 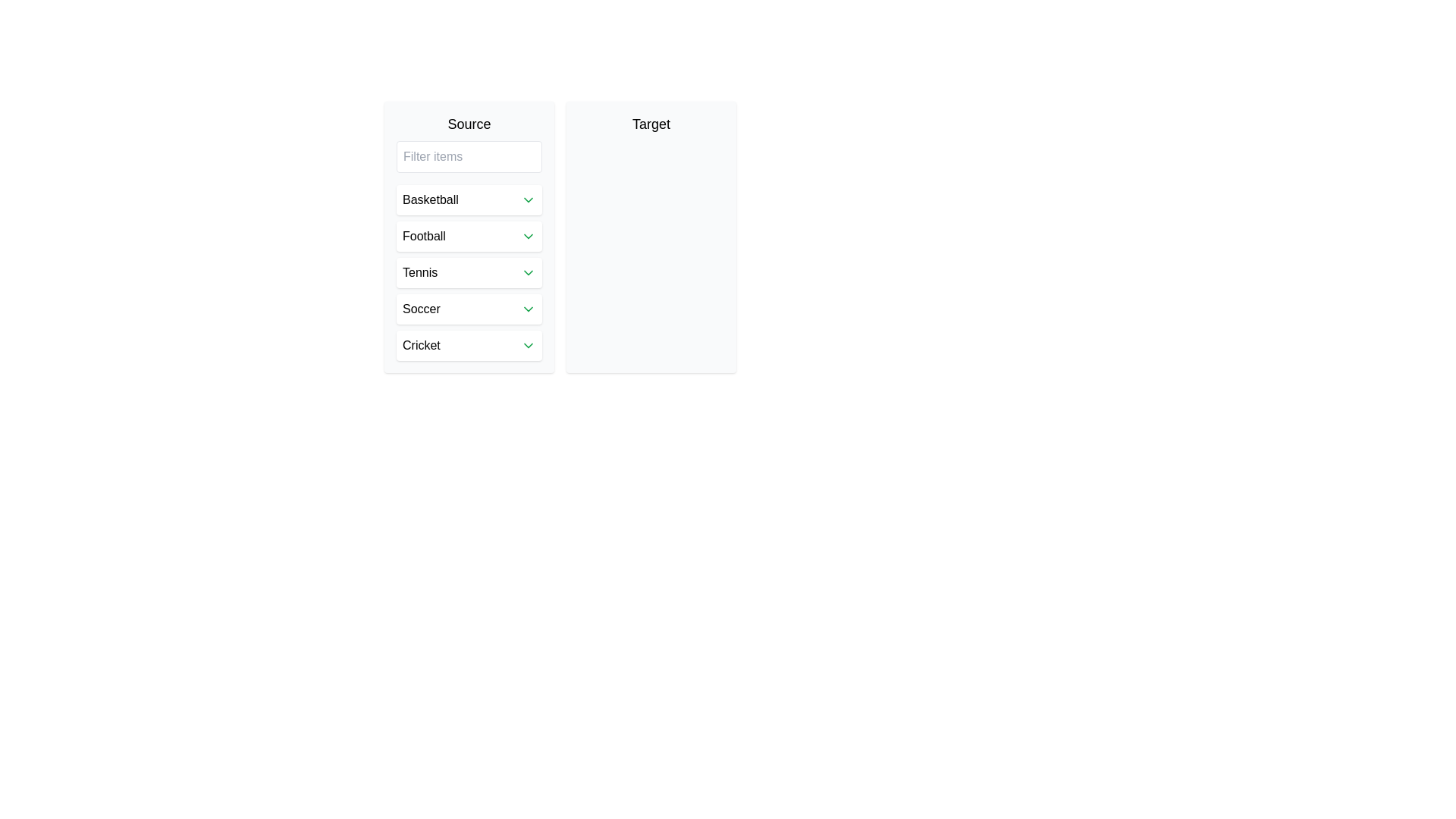 What do you see at coordinates (528, 271) in the screenshot?
I see `the downward-facing chevron icon in the 'Tennis' row` at bounding box center [528, 271].